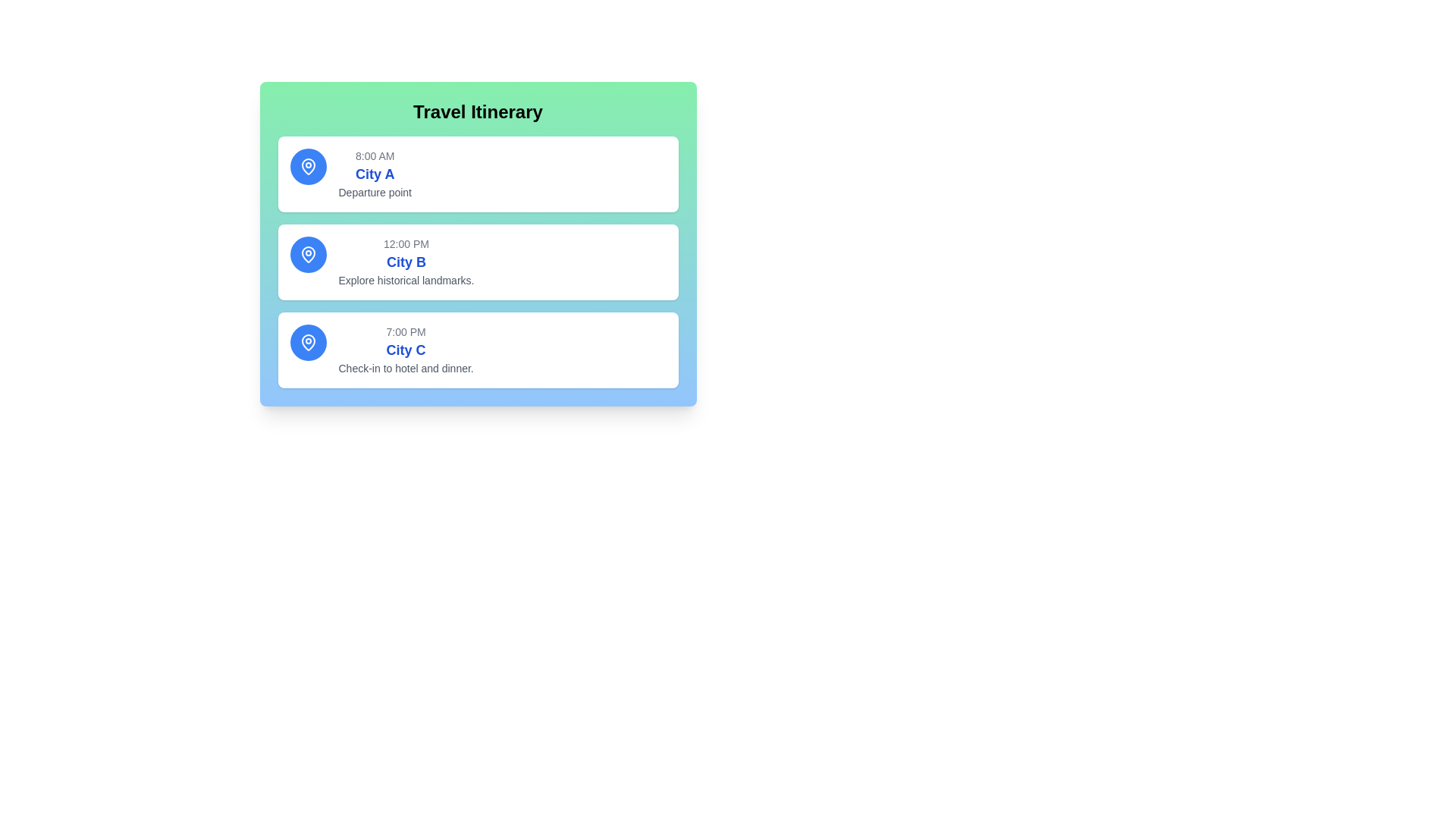 This screenshot has width=1456, height=819. I want to click on the circular icon button located in the lower box representing 'City C' in the travel itinerary section, so click(307, 342).